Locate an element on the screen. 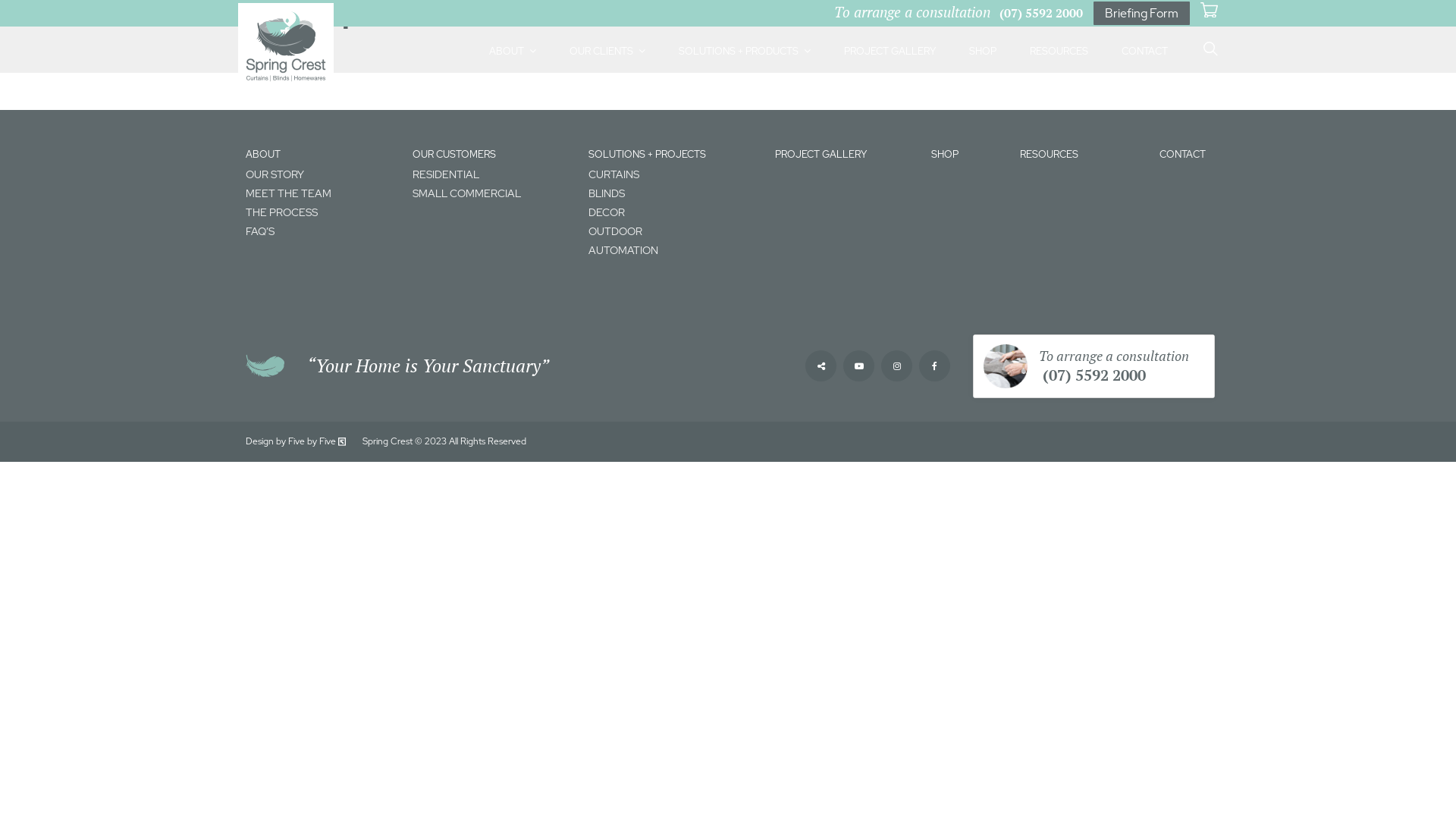 This screenshot has width=1456, height=819. 'SMALL COMMERCIAL' is located at coordinates (412, 193).